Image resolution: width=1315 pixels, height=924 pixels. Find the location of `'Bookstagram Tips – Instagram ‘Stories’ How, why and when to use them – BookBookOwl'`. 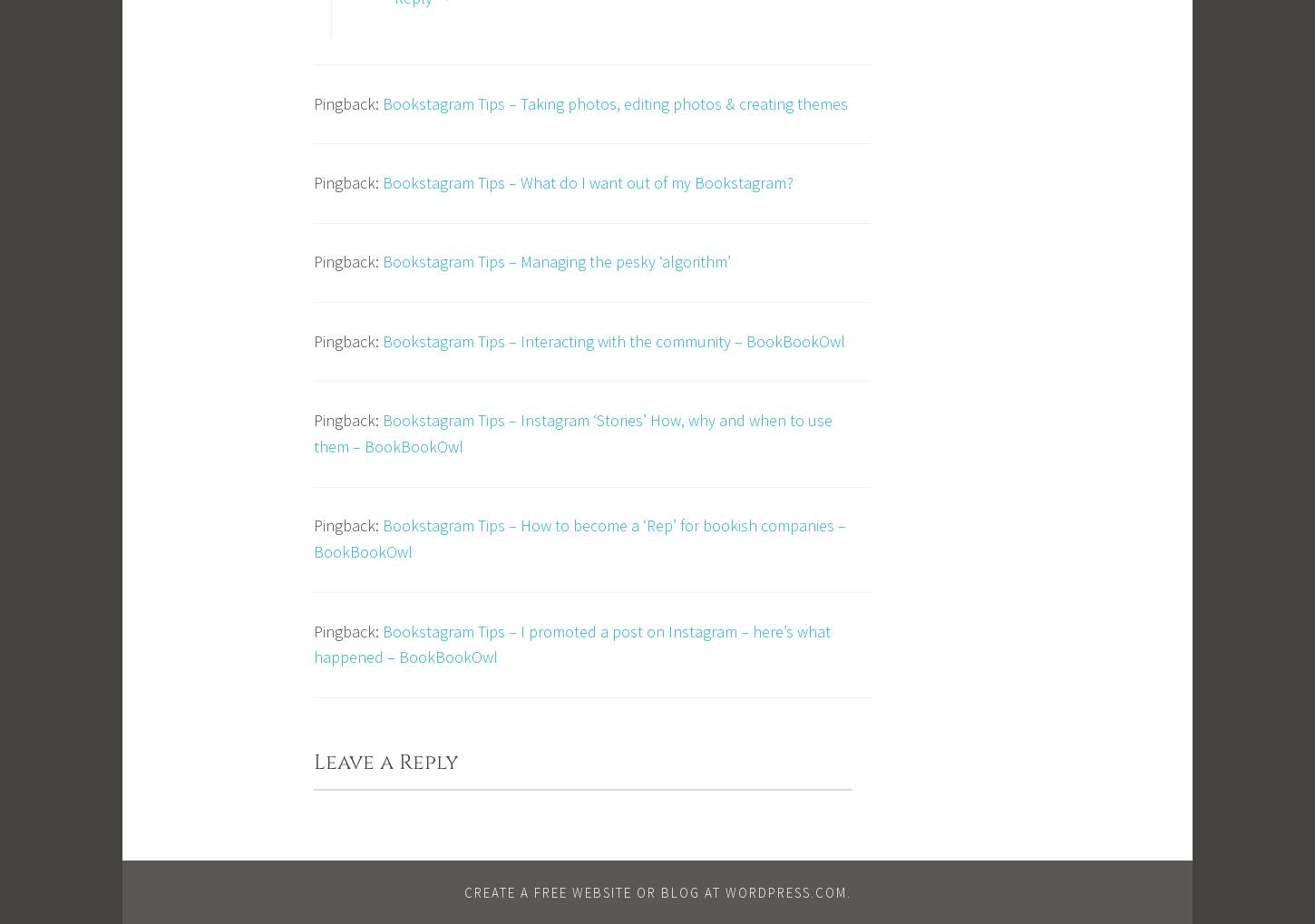

'Bookstagram Tips – Instagram ‘Stories’ How, why and when to use them – BookBookOwl' is located at coordinates (572, 432).